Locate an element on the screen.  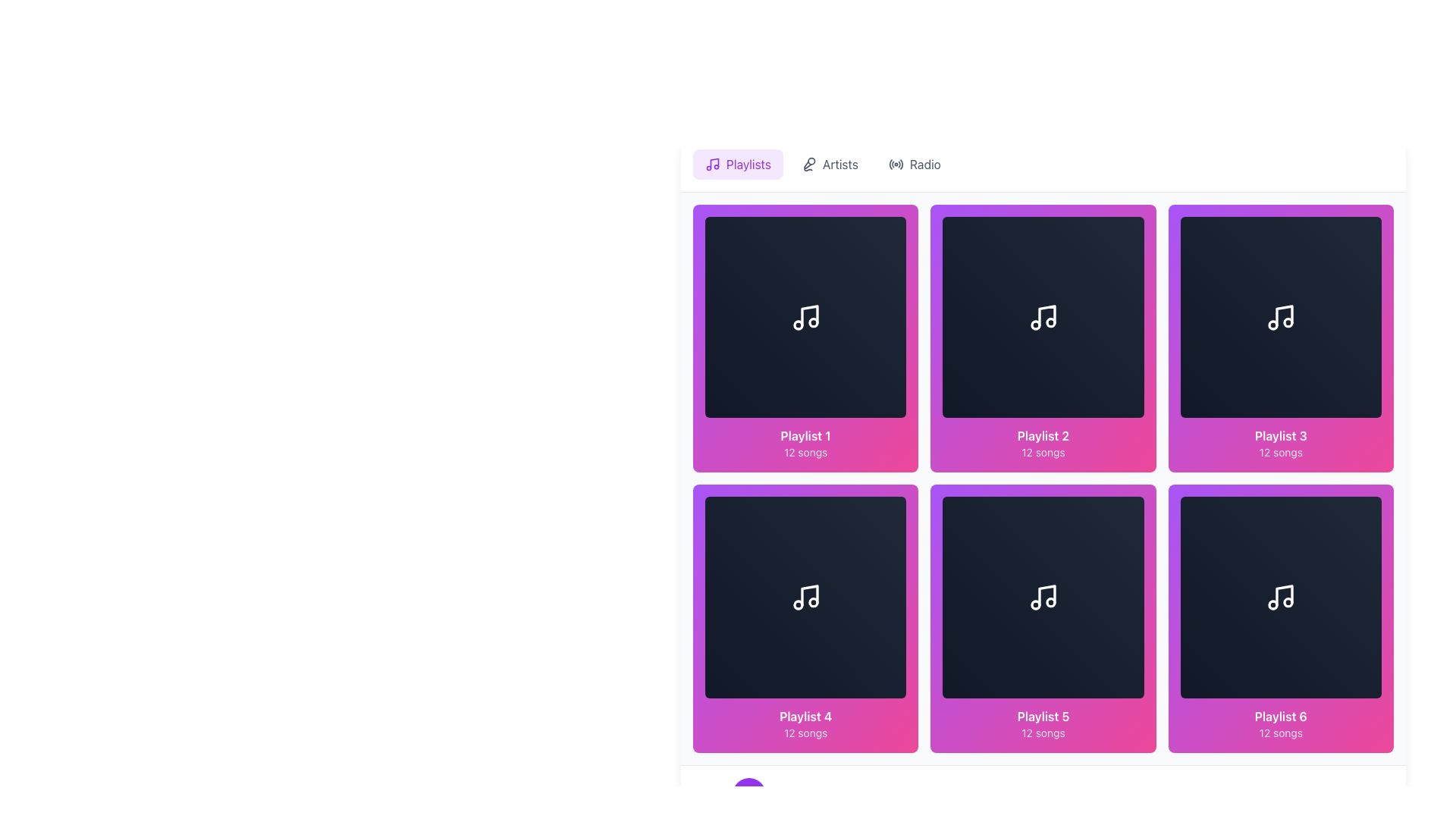
the text label displaying '12 songs' in light gray color, located below the bold text label 'Playlist 6' within a colorful card in the second row, third column of the grid layout is located at coordinates (1280, 732).